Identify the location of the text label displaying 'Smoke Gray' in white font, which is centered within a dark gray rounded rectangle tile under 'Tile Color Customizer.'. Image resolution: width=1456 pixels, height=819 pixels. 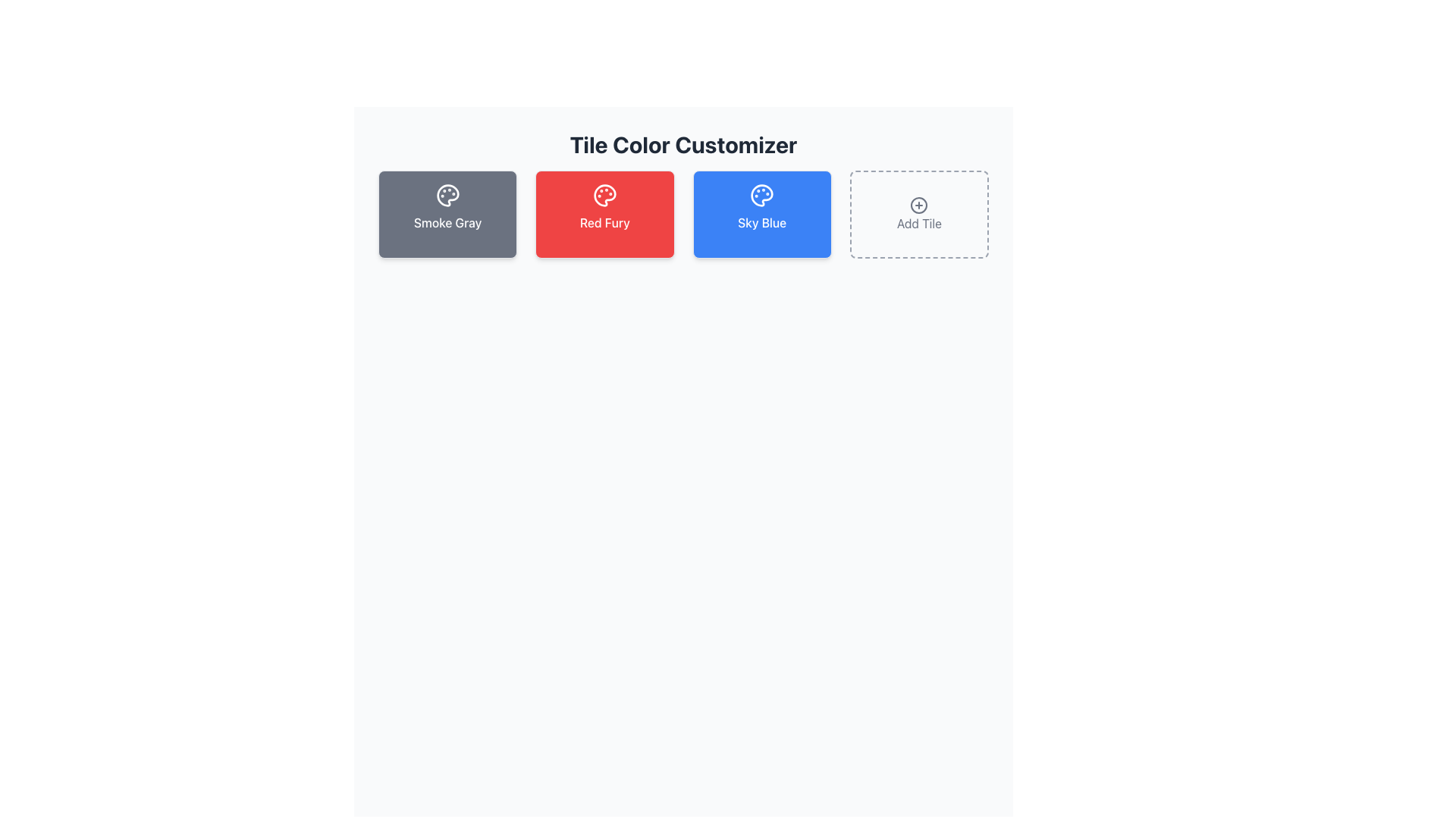
(447, 222).